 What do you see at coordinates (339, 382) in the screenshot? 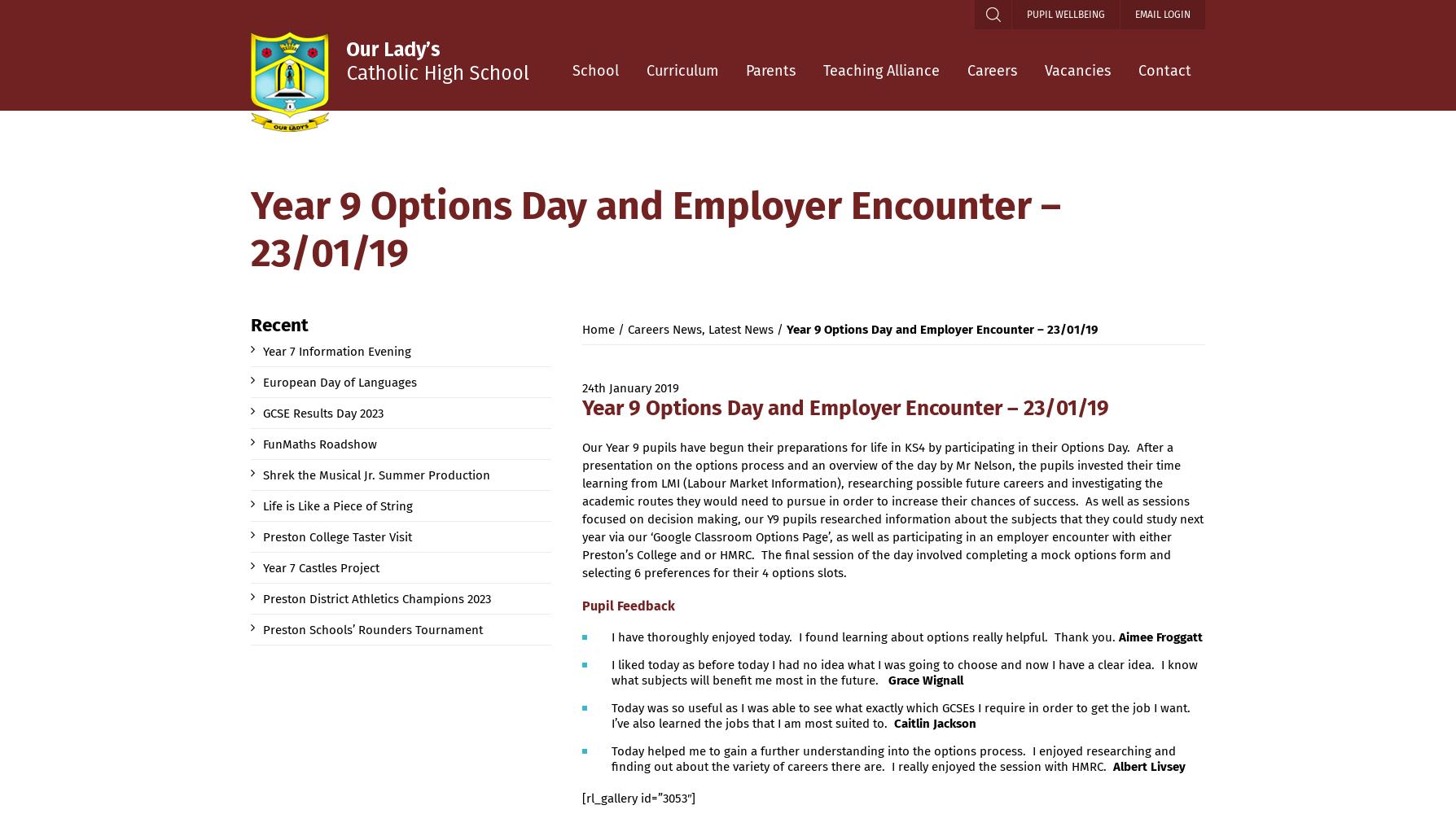
I see `'European Day of Languages'` at bounding box center [339, 382].